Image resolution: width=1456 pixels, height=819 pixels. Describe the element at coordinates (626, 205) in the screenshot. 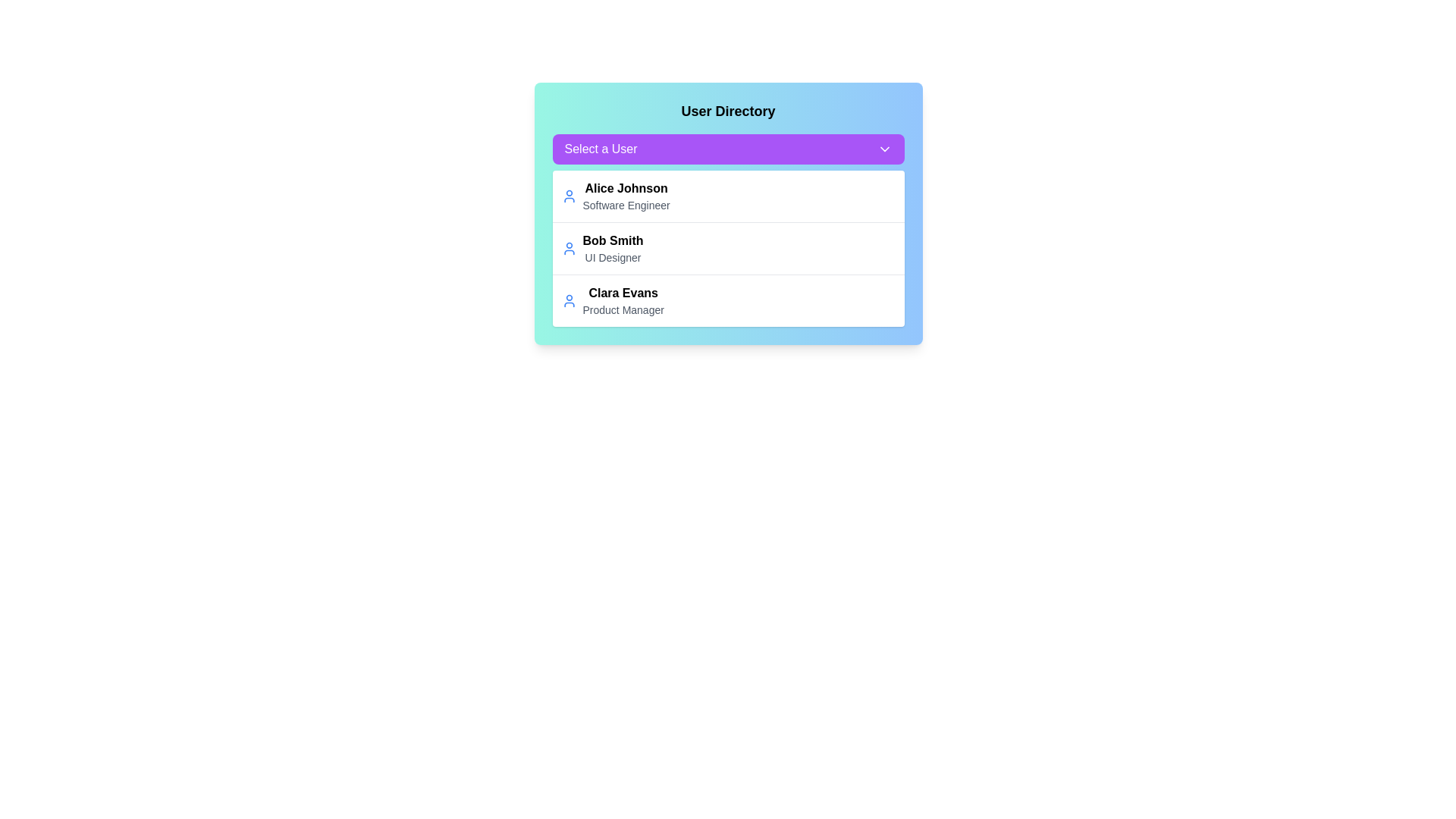

I see `the 'Software Engineer' text label associated with user 'Alice Johnson' in the user directory interface` at that location.